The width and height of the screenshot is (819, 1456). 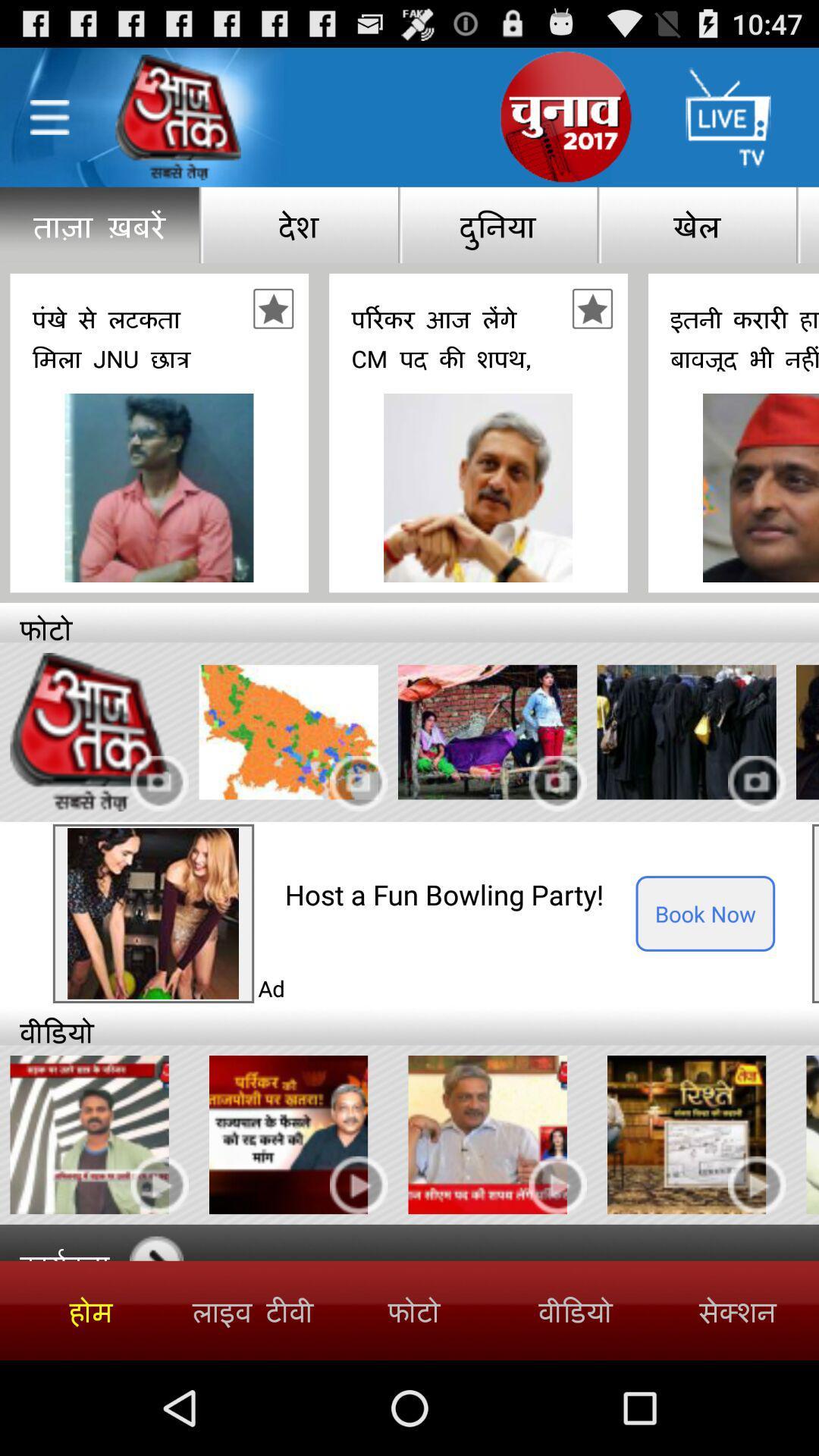 I want to click on host a fun, so click(x=460, y=894).